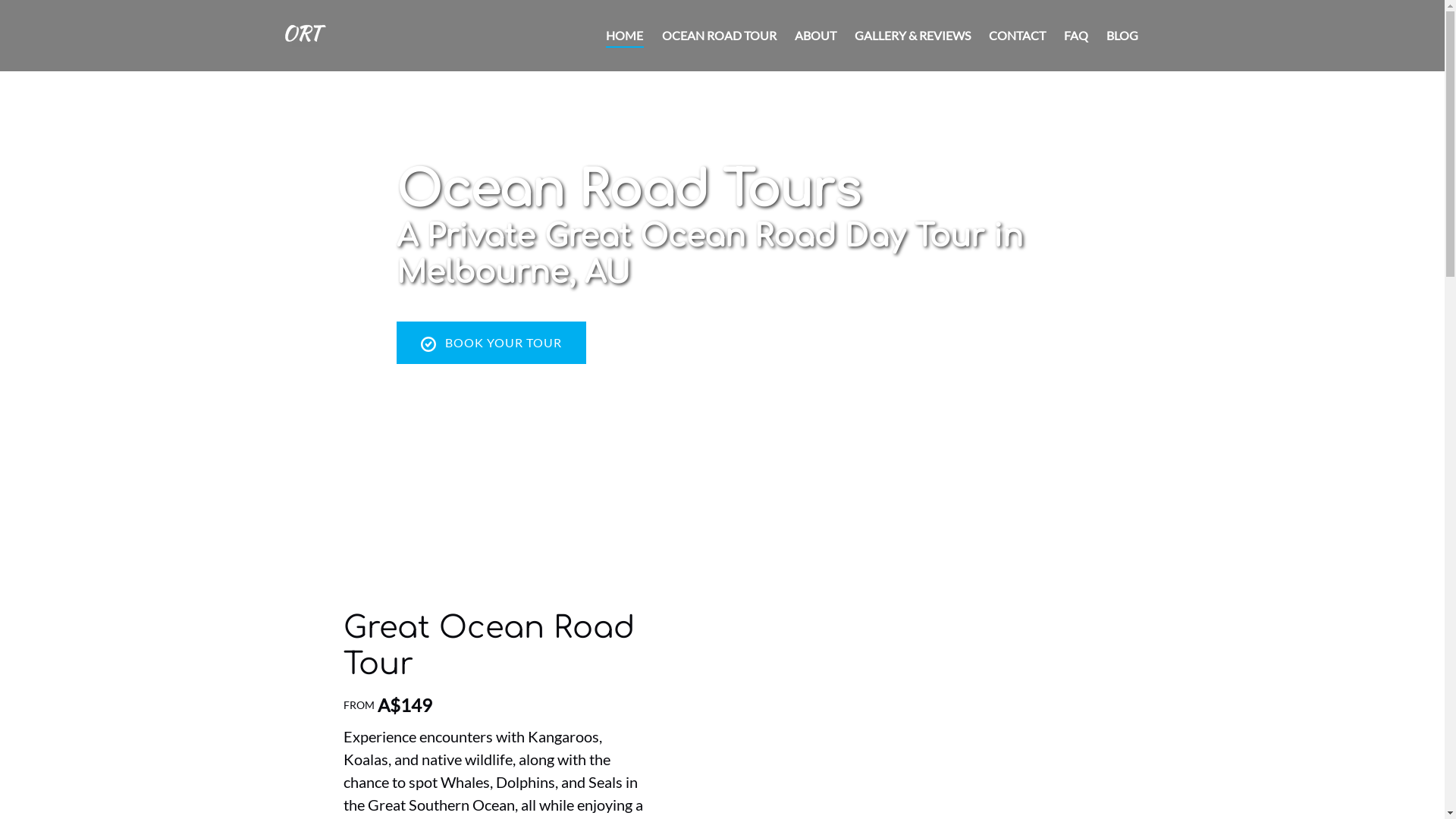 The width and height of the screenshot is (1456, 819). Describe the element at coordinates (7, 17) in the screenshot. I see `'Skip to primary navigation'` at that location.